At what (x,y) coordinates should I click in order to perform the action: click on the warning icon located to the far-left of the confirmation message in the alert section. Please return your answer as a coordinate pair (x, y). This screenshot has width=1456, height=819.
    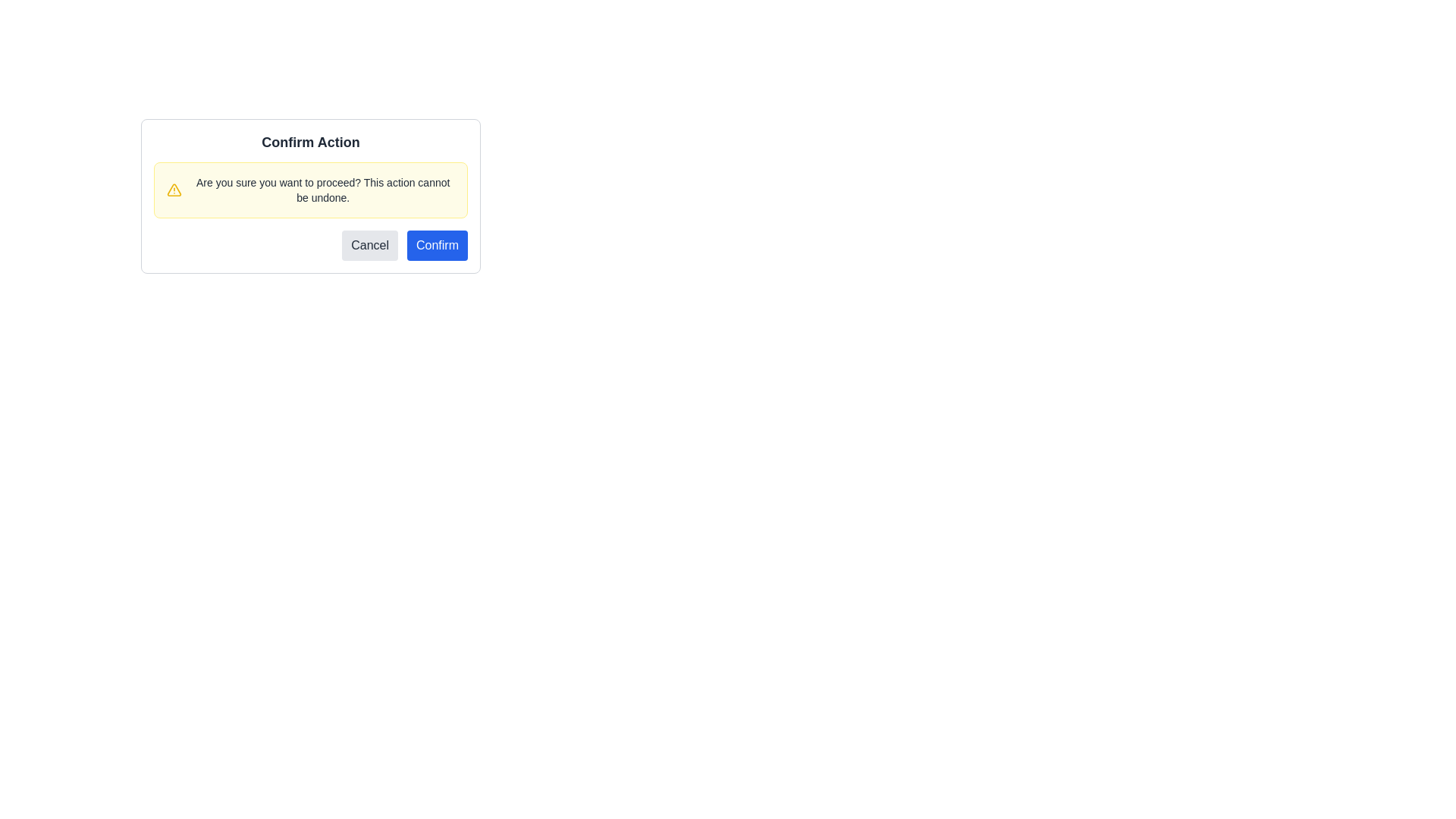
    Looking at the image, I should click on (174, 189).